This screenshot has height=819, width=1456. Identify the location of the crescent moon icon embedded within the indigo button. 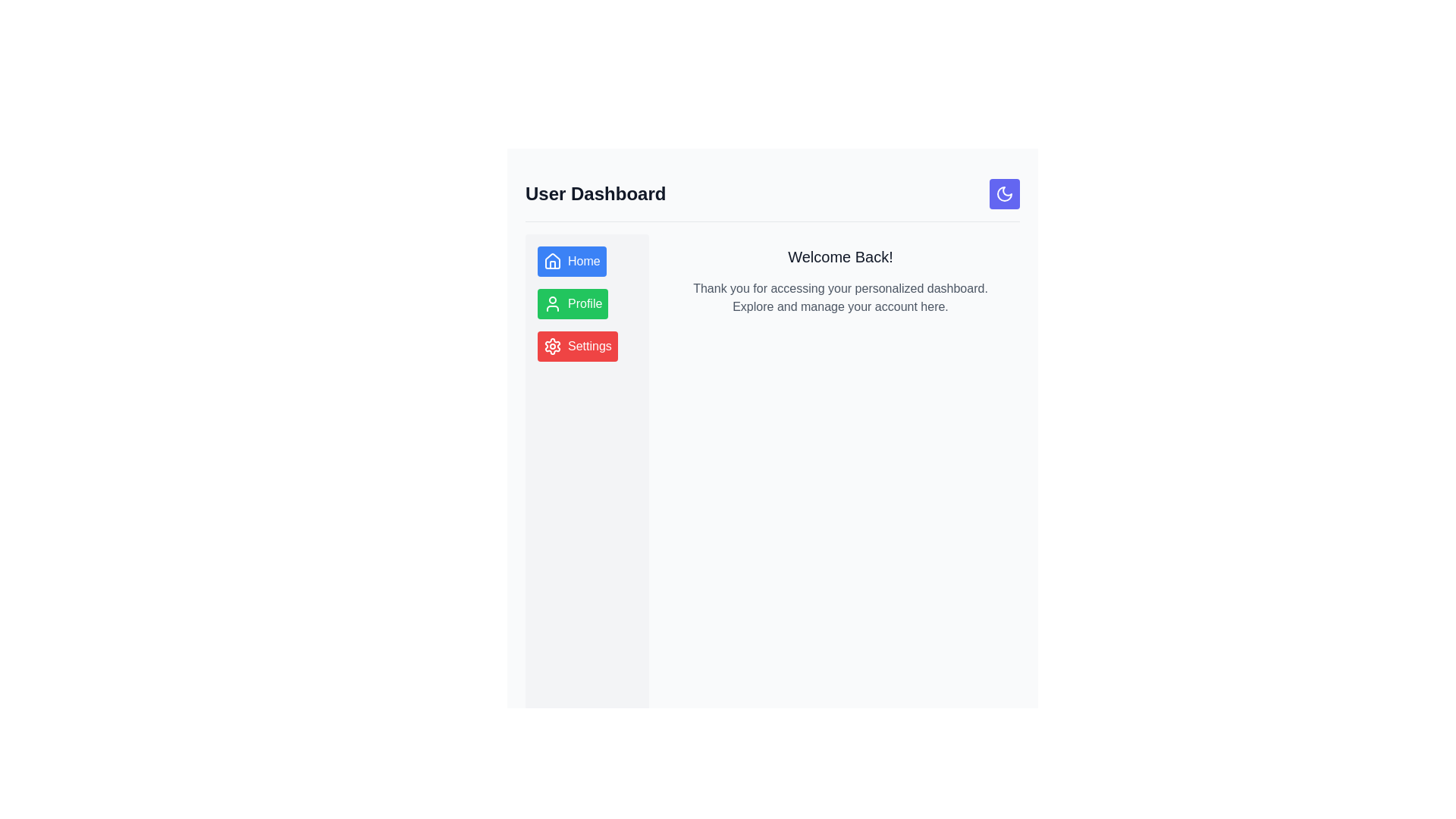
(1004, 193).